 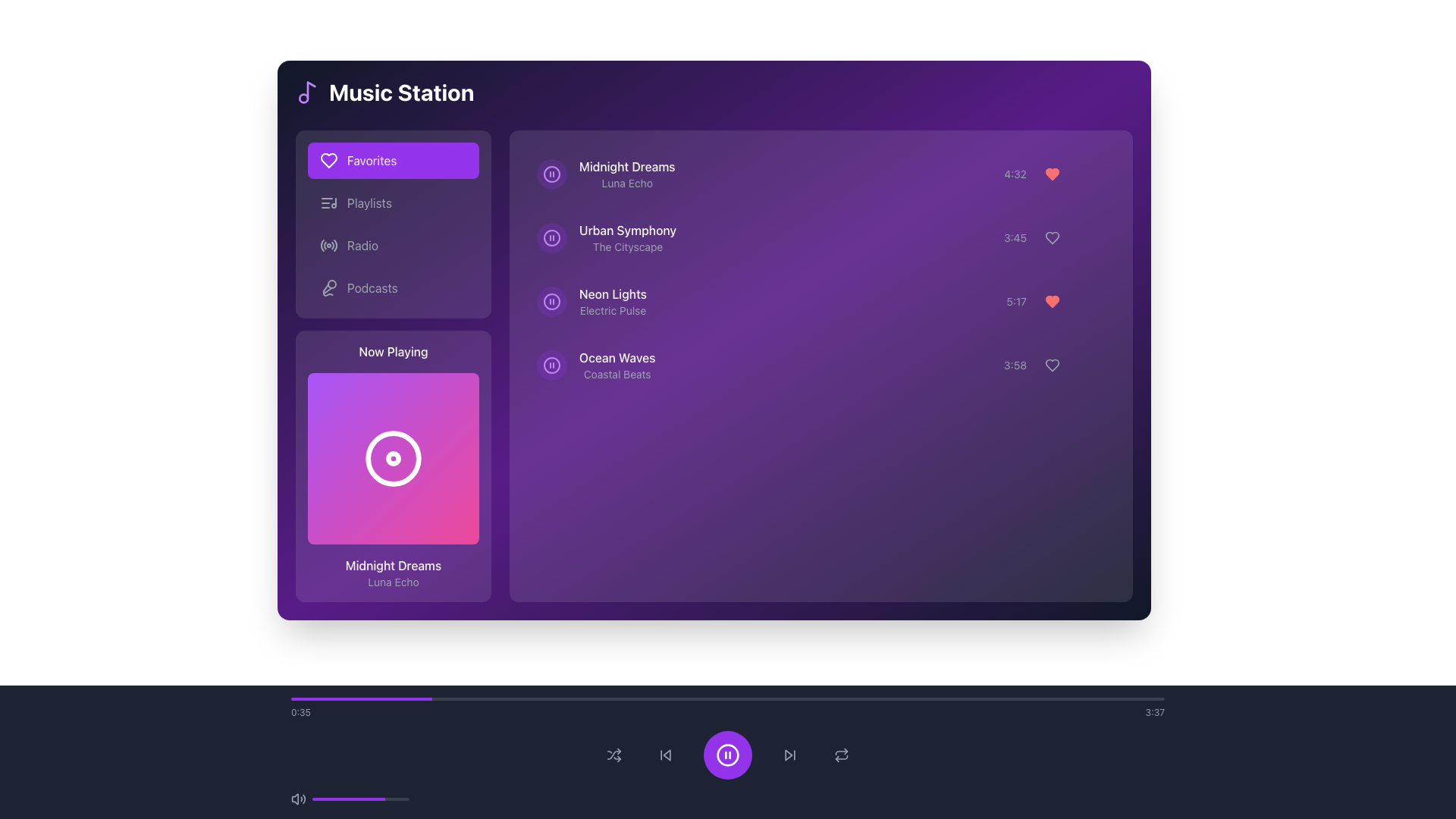 What do you see at coordinates (1051, 366) in the screenshot?
I see `the heart icon located on the far right side of the fourth list item in the music playlist` at bounding box center [1051, 366].